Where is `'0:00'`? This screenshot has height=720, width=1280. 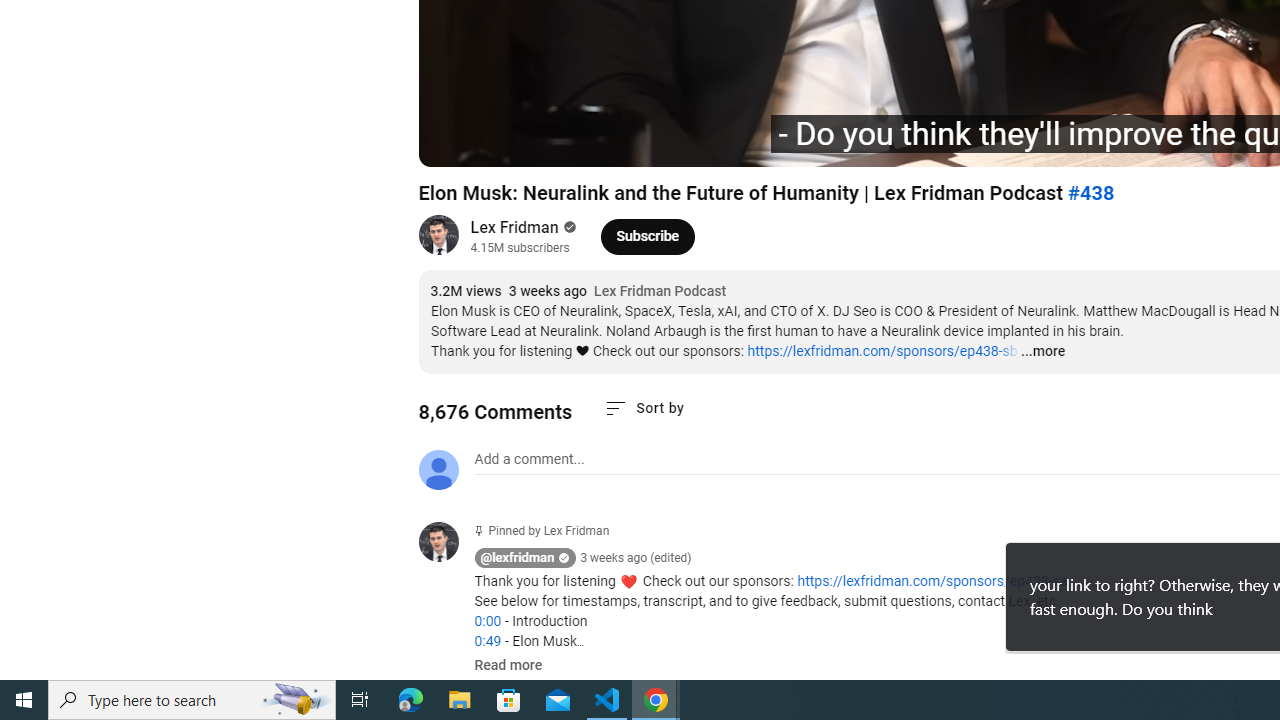 '0:00' is located at coordinates (487, 620).